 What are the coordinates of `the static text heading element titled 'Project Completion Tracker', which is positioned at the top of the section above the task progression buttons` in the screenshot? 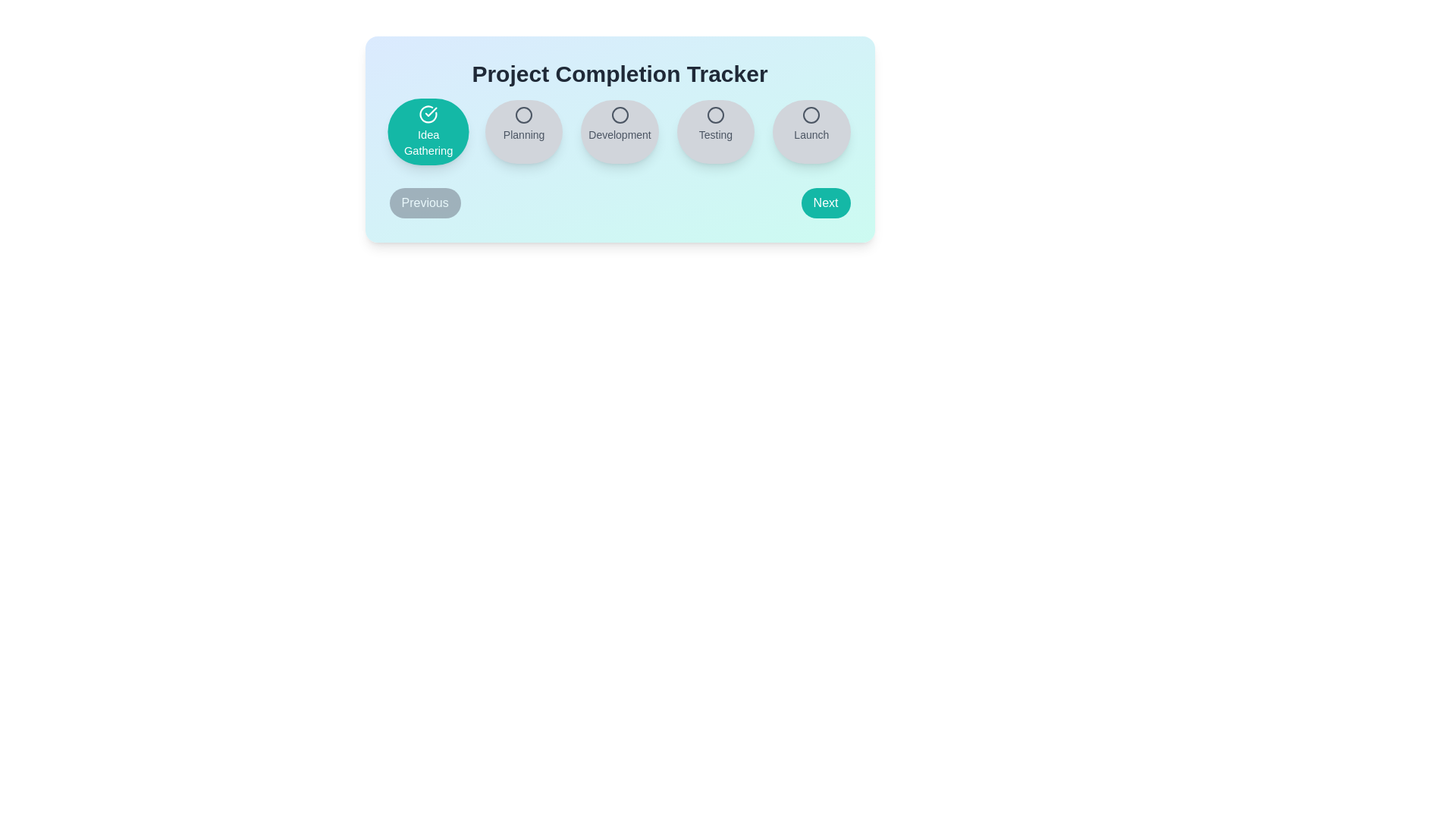 It's located at (620, 74).